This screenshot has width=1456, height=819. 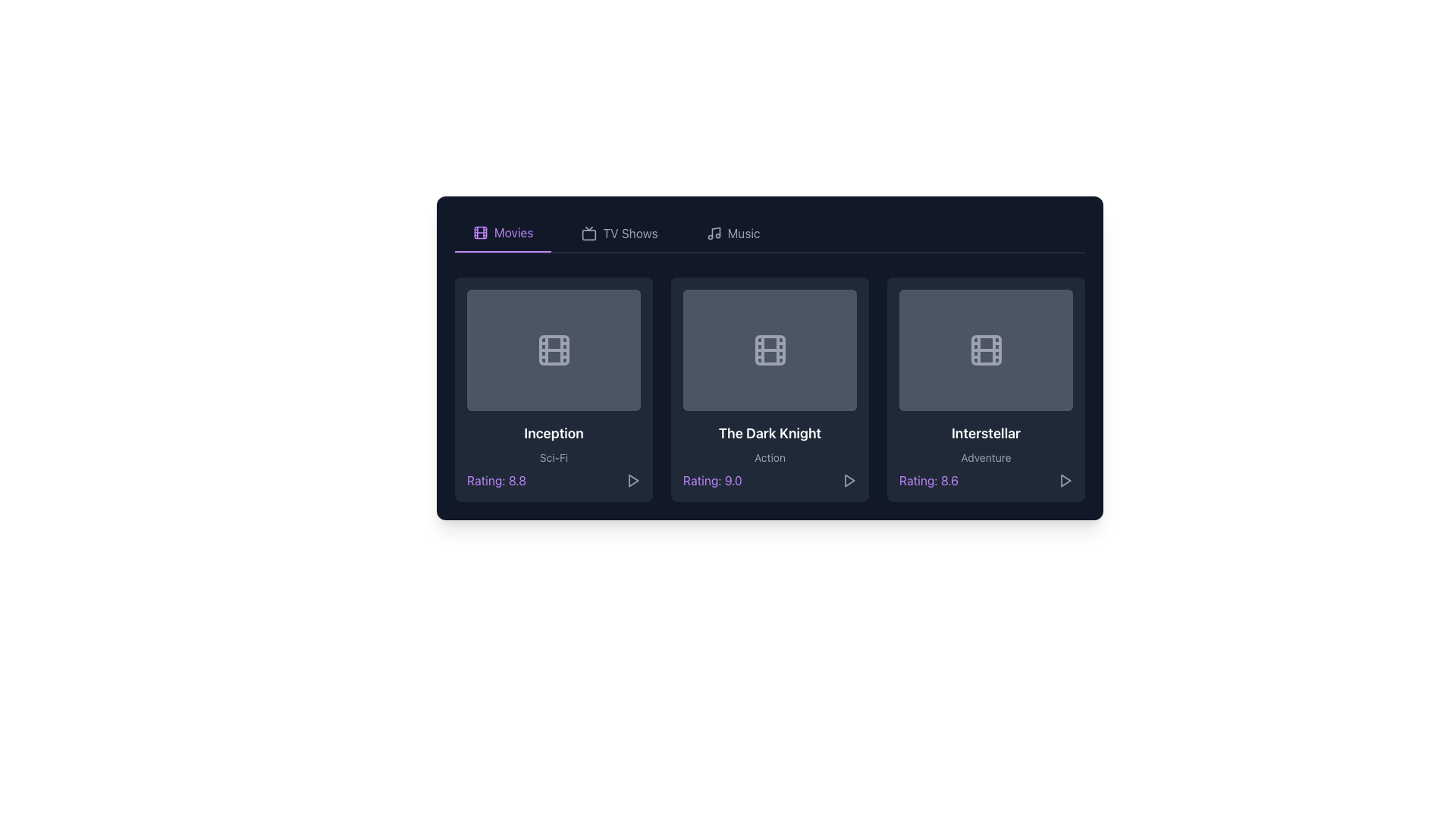 What do you see at coordinates (713, 234) in the screenshot?
I see `the music icon located in the navigation menu adjacent to the label 'Music'` at bounding box center [713, 234].